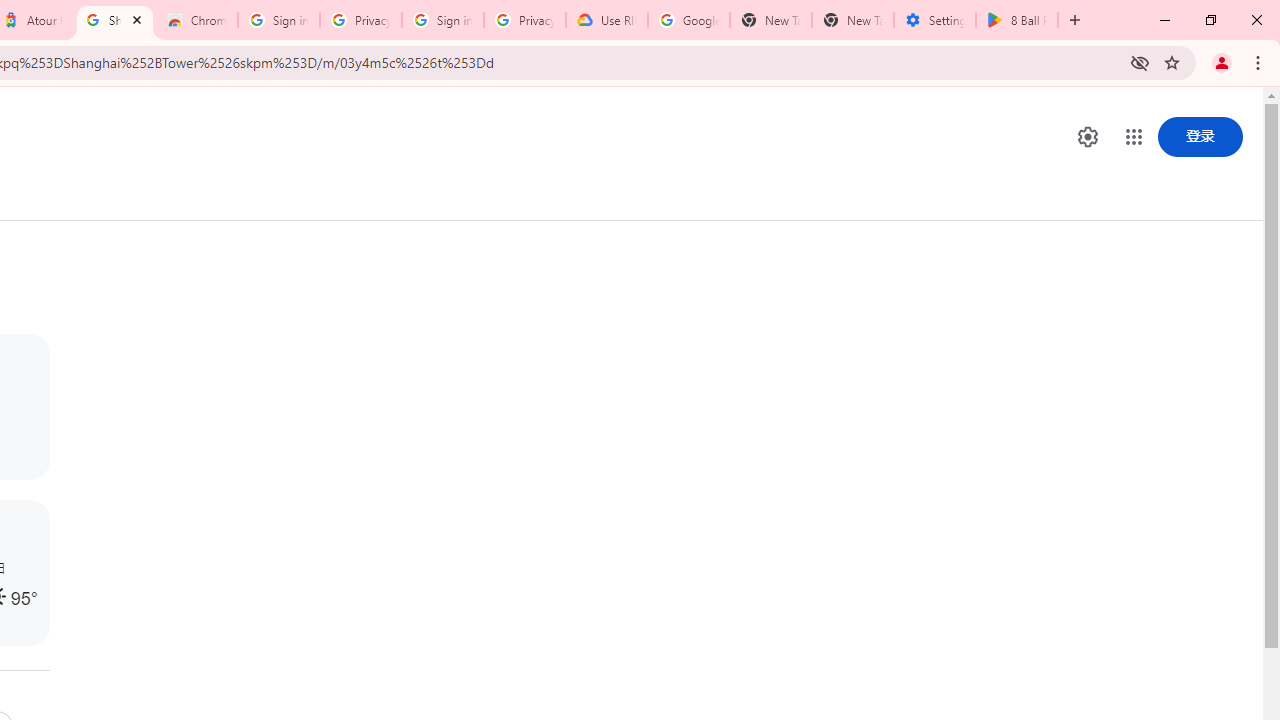 This screenshot has height=720, width=1280. I want to click on 'Chrome Web Store - Color themes by Chrome', so click(197, 20).